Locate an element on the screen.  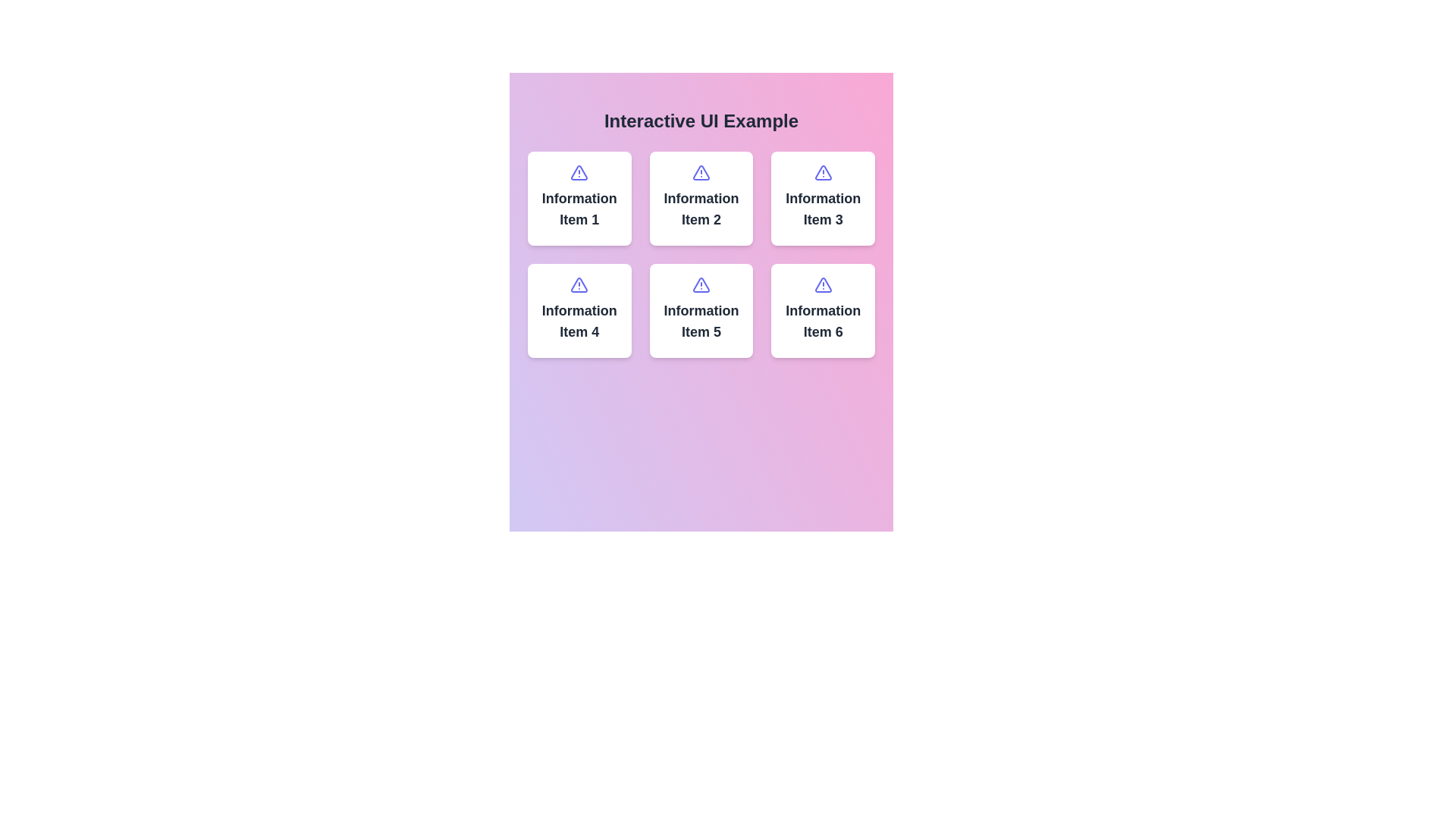
the text label displaying 'Information Item 5', which is located in the middle row and second column of a three-by-two grid layout, positioned below the corresponding icon is located at coordinates (701, 321).